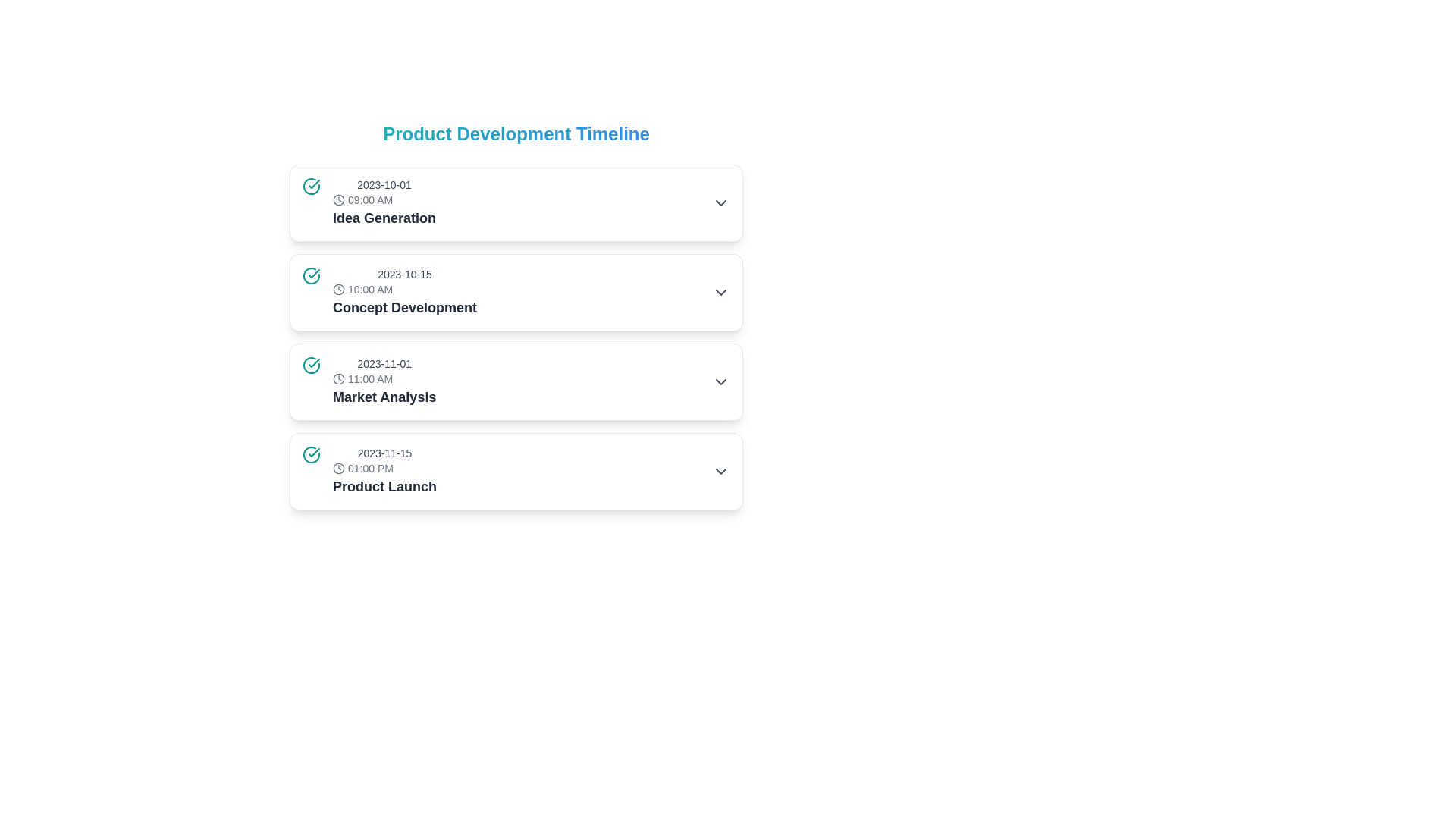  What do you see at coordinates (720, 202) in the screenshot?
I see `the chevron icon located at the far right of the topmost card labeled '2023-10-01 09:00 AM Idea Generation' in the 'Product Development Timeline' list to toggle information visibility` at bounding box center [720, 202].